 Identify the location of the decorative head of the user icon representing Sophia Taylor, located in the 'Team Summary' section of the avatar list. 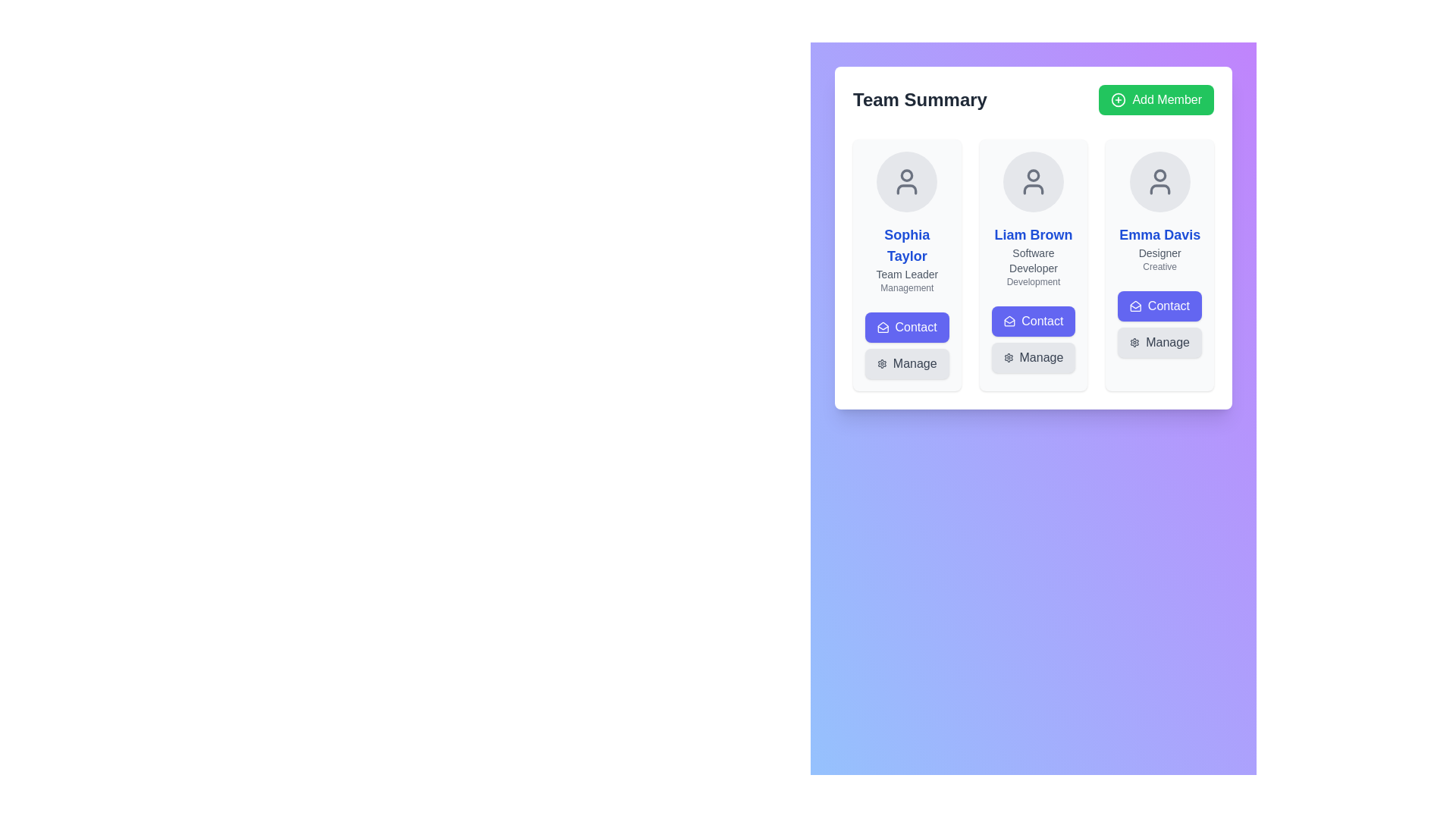
(907, 174).